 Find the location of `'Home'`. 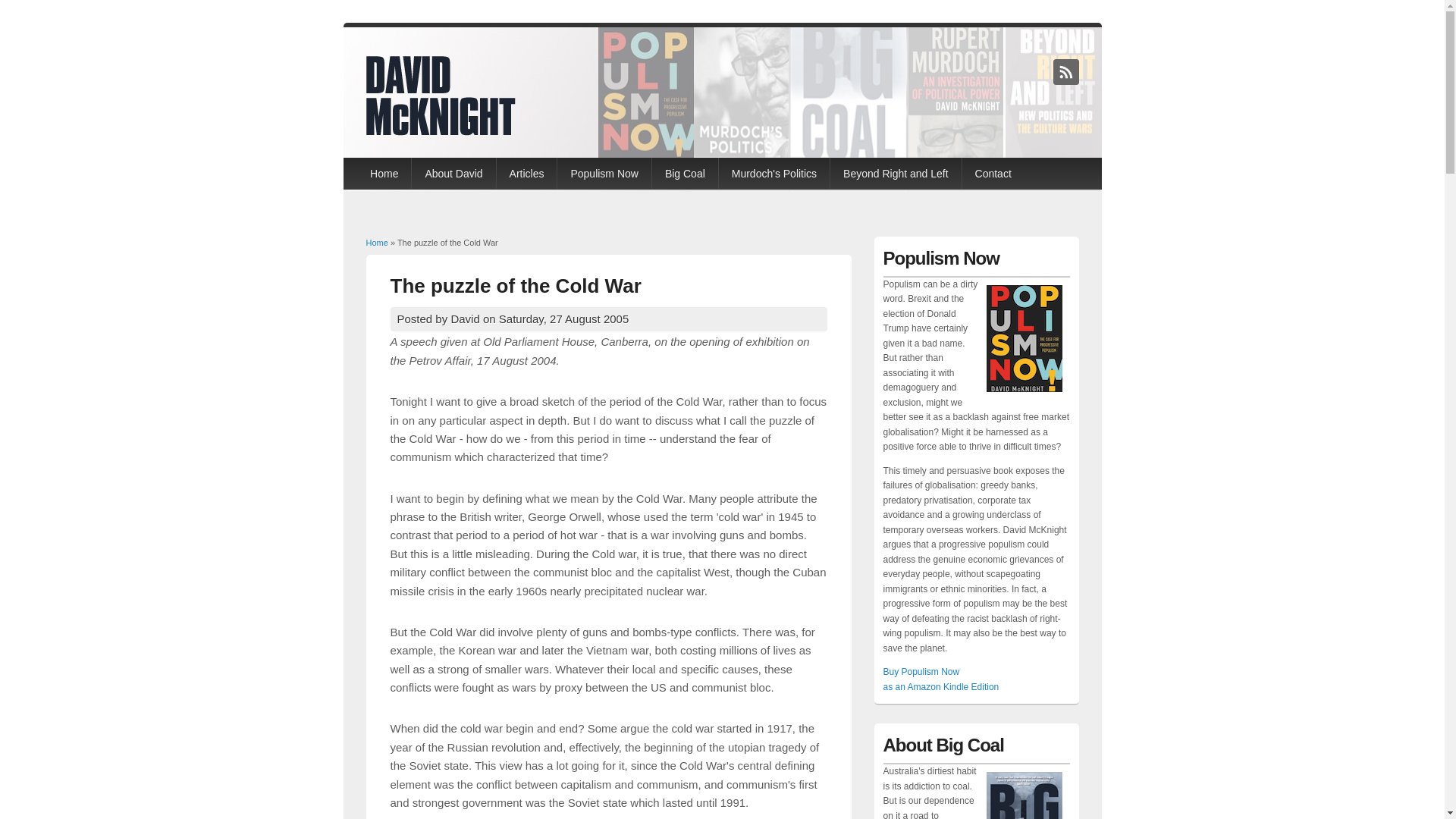

'Home' is located at coordinates (439, 130).